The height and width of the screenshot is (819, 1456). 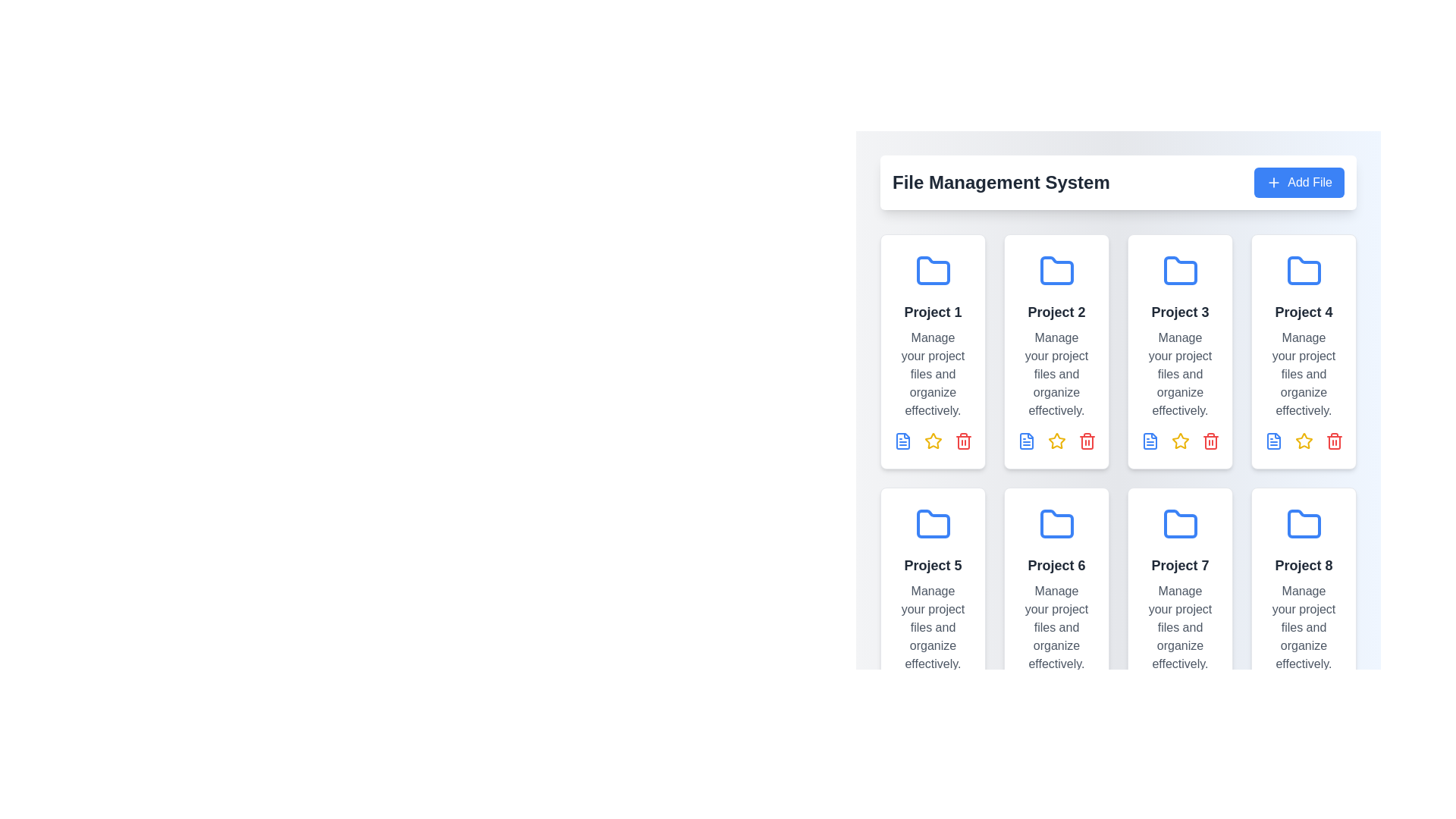 What do you see at coordinates (1026, 441) in the screenshot?
I see `the 'view' or 'details' icon located at the top-left of the action icons under Project 2 card` at bounding box center [1026, 441].